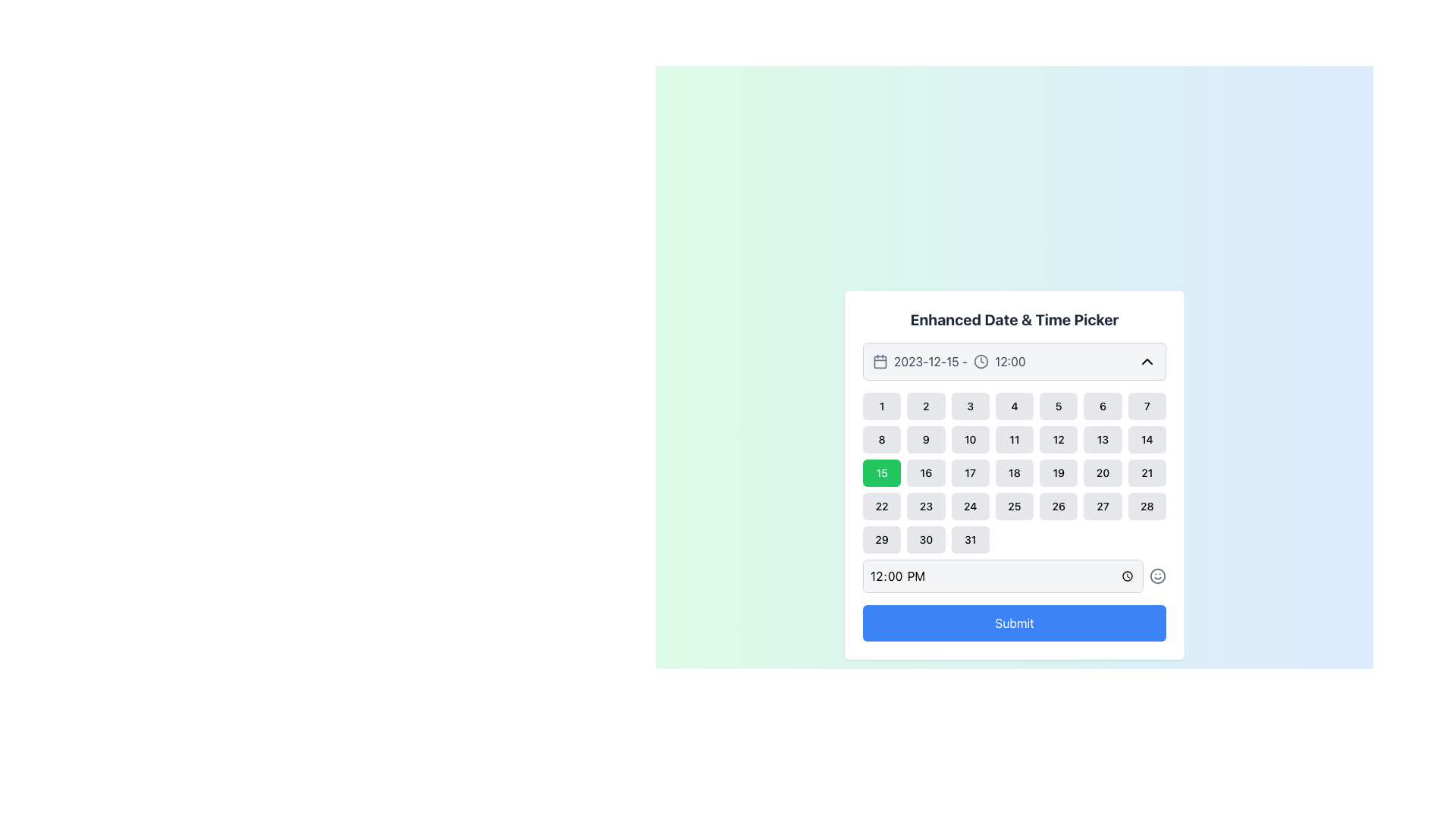 This screenshot has height=819, width=1456. What do you see at coordinates (981, 362) in the screenshot?
I see `the clock icon located in the top bar of the calendar interface, to the right of the date indicator '2023-12-15'` at bounding box center [981, 362].